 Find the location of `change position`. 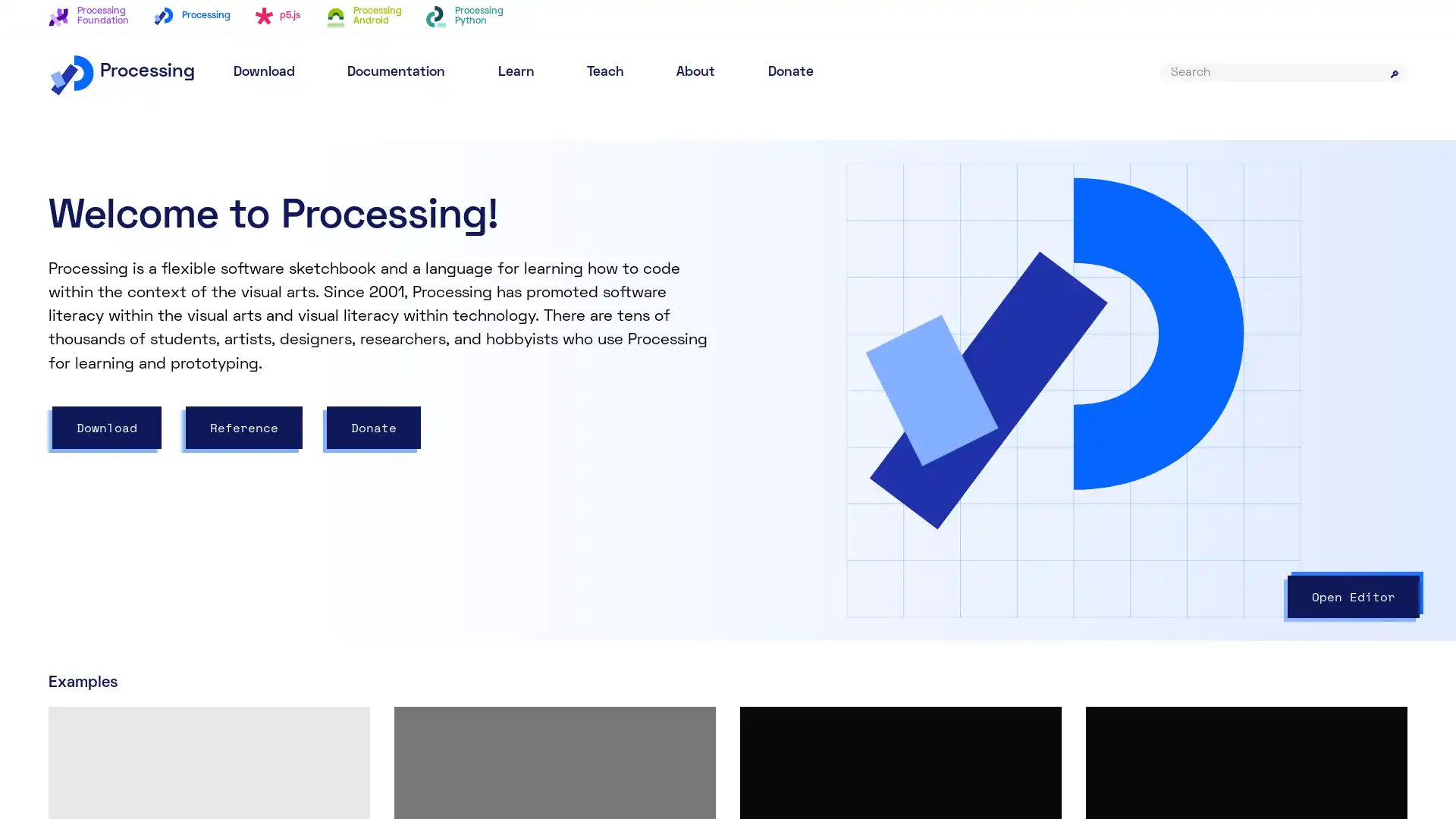

change position is located at coordinates (952, 519).